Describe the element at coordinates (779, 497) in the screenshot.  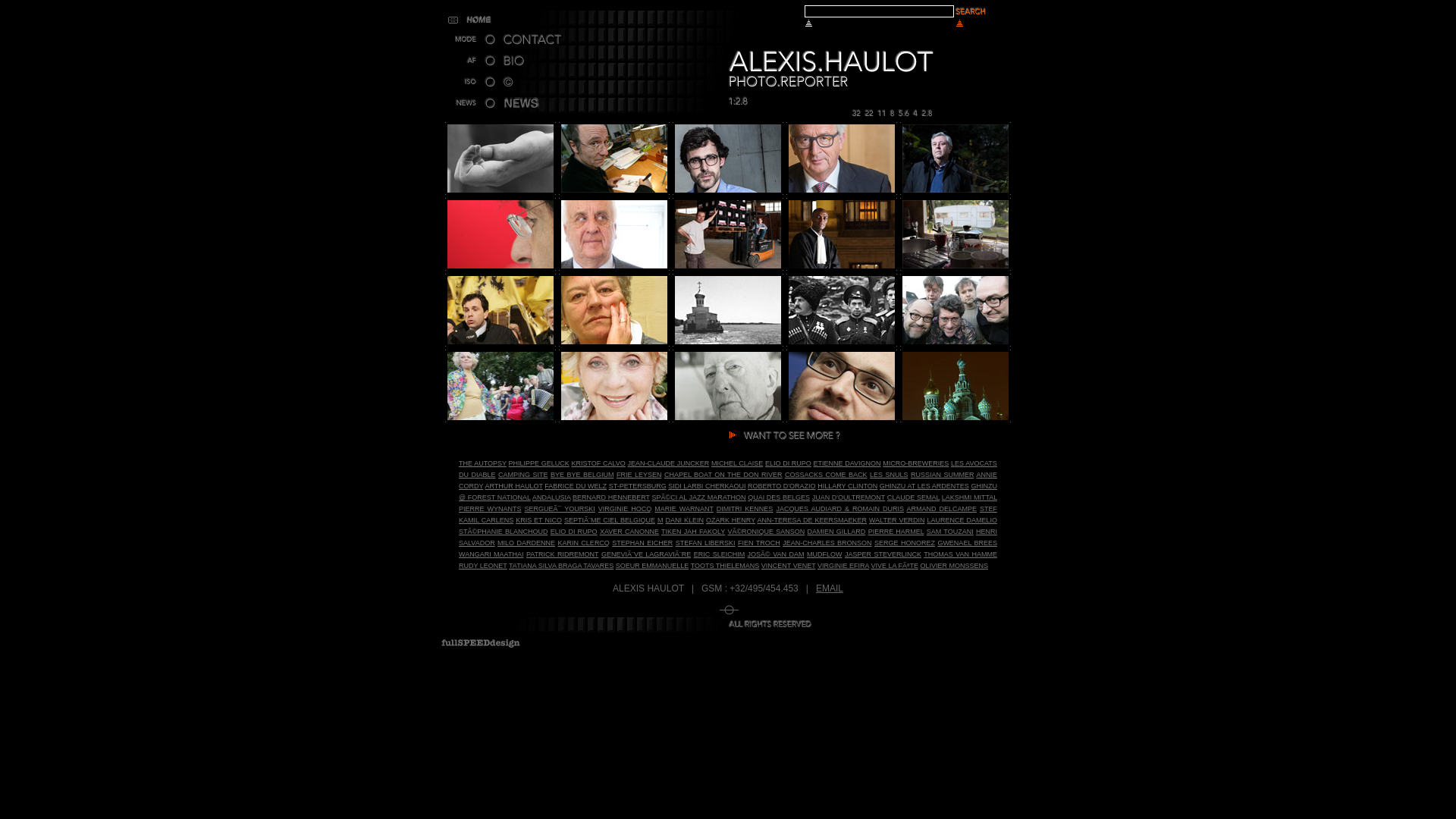
I see `'QUAI DES BELGES'` at that location.